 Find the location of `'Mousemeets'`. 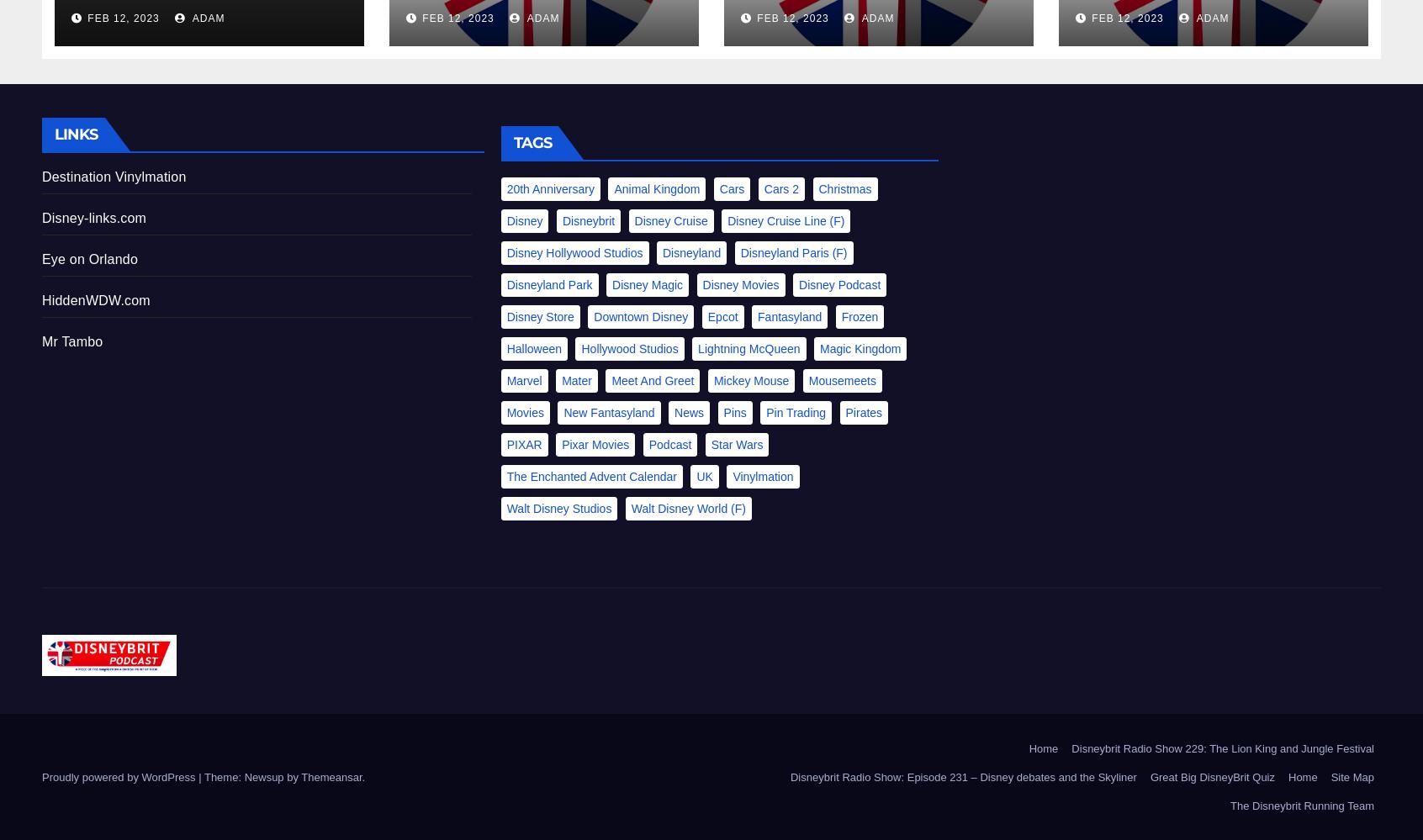

'Mousemeets' is located at coordinates (840, 380).